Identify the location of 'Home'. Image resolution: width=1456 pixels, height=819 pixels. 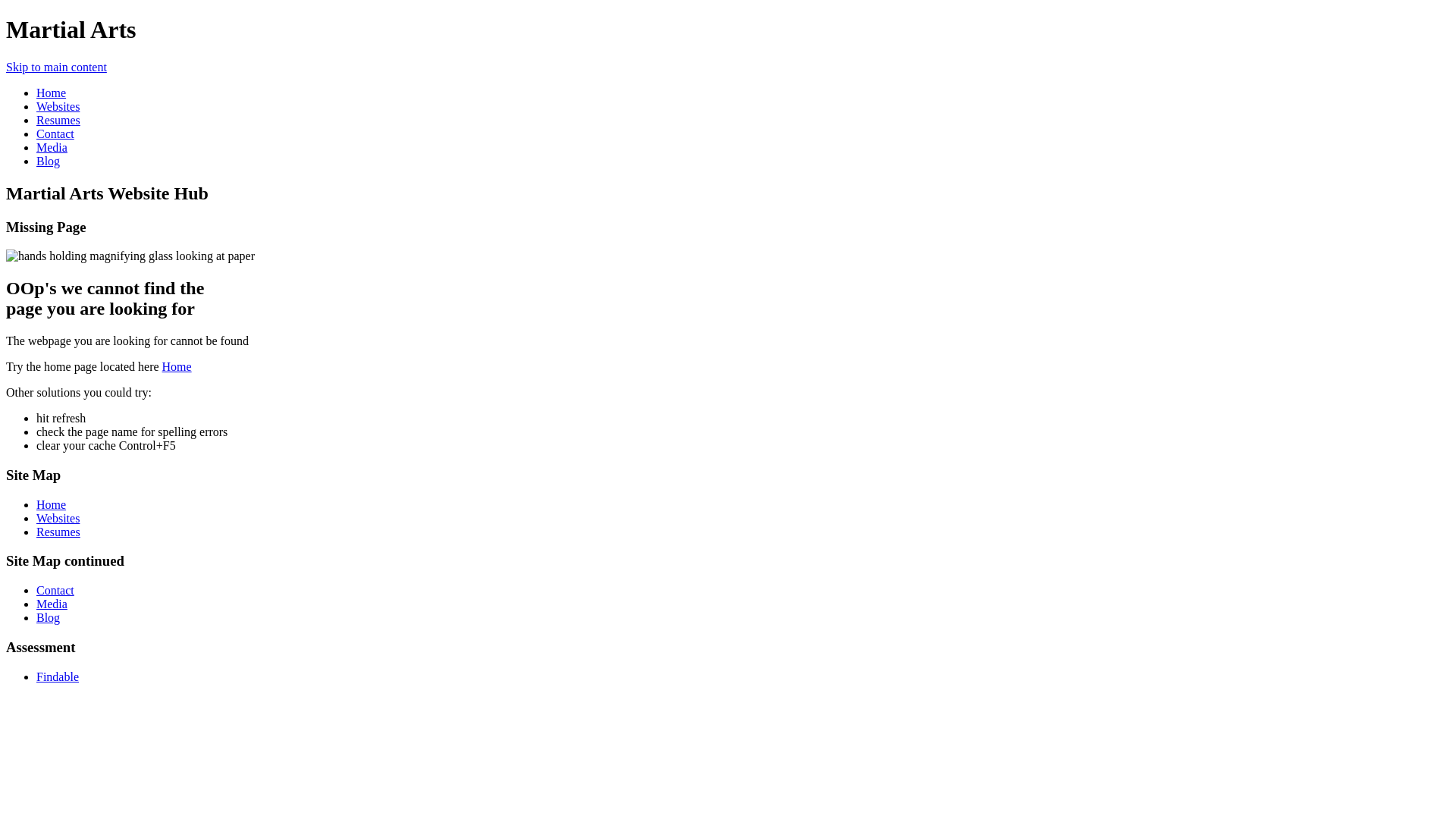
(51, 93).